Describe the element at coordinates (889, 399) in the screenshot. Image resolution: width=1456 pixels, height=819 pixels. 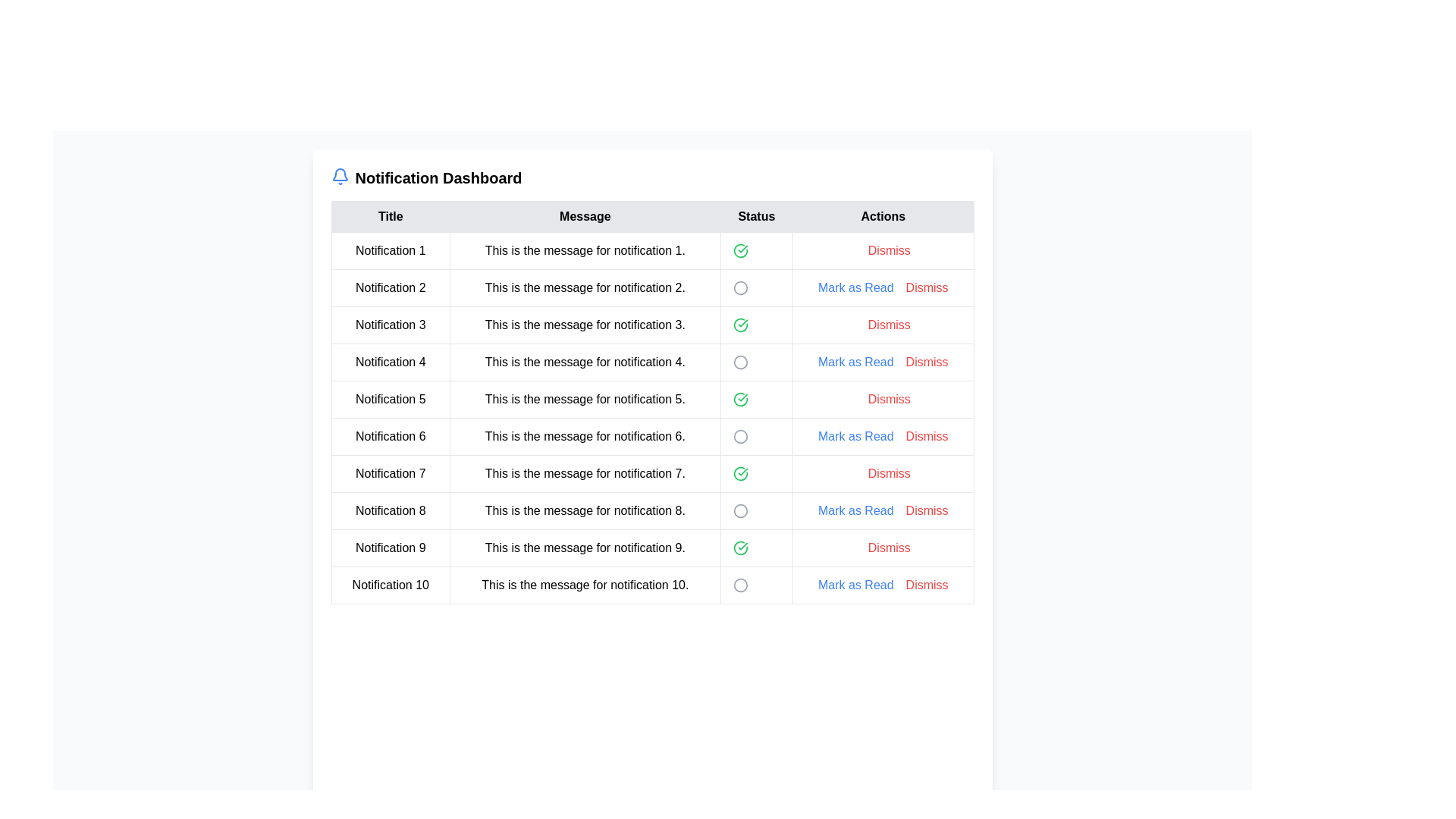
I see `the interactive text link in the fifth row under the 'Actions' column to underline it, which dismisses the corresponding notification message 'This is the message for notification 5'` at that location.